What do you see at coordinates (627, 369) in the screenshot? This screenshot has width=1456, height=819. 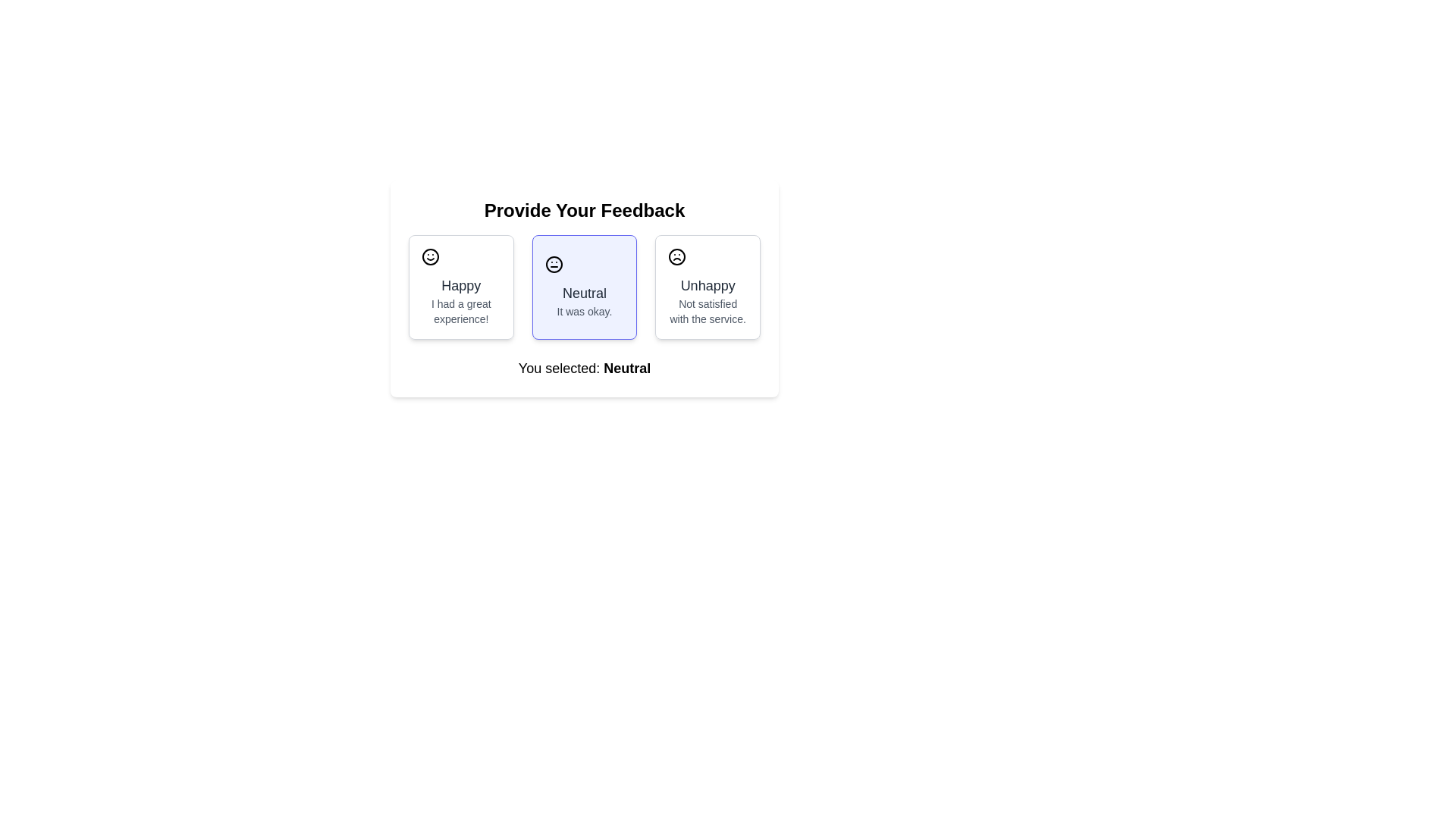 I see `bold black text label displaying the word 'Neutral', which is part of the sentence 'You selected: Neutral' located below the feedback selection section` at bounding box center [627, 369].